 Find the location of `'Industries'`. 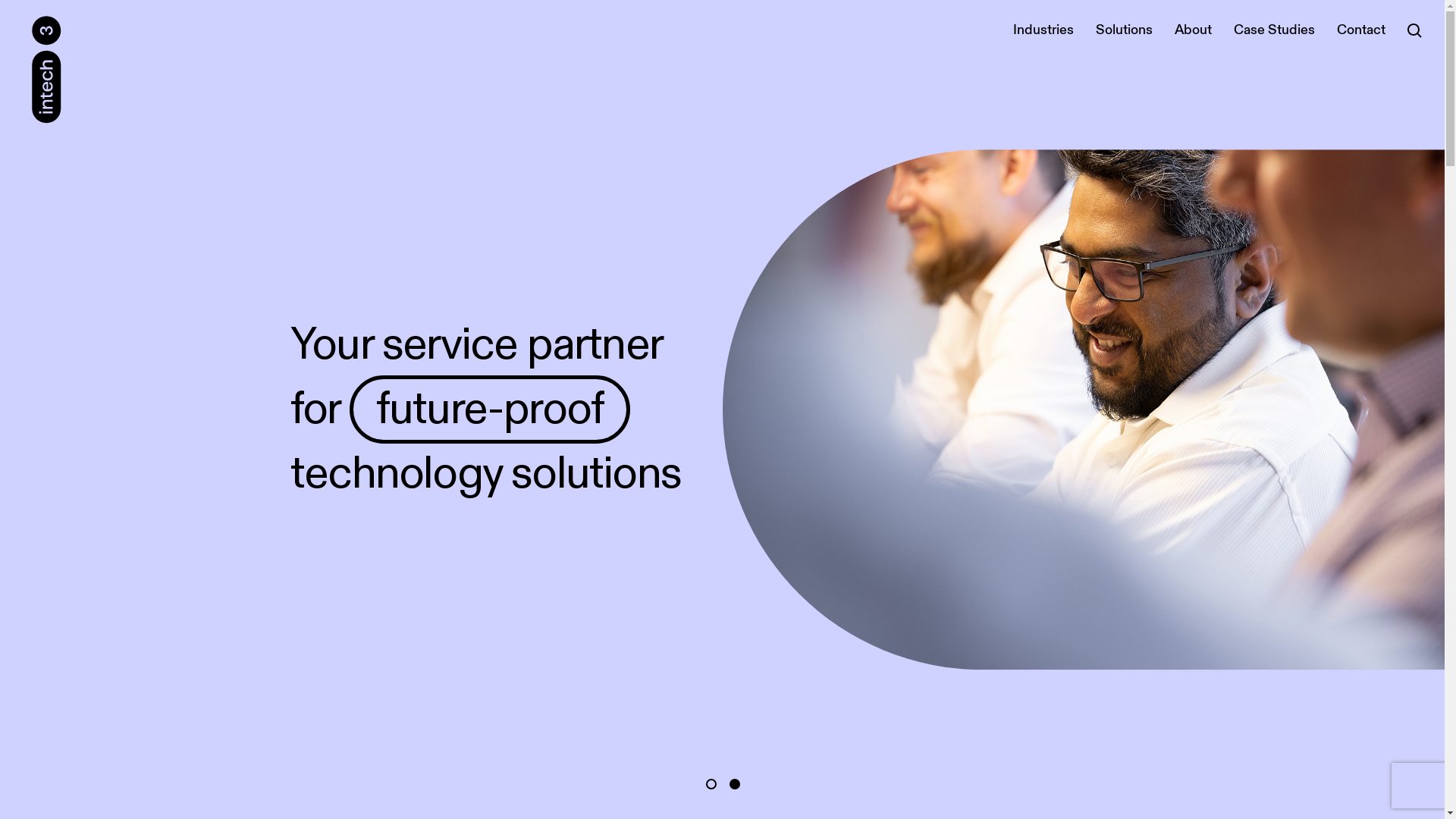

'Industries' is located at coordinates (1043, 30).